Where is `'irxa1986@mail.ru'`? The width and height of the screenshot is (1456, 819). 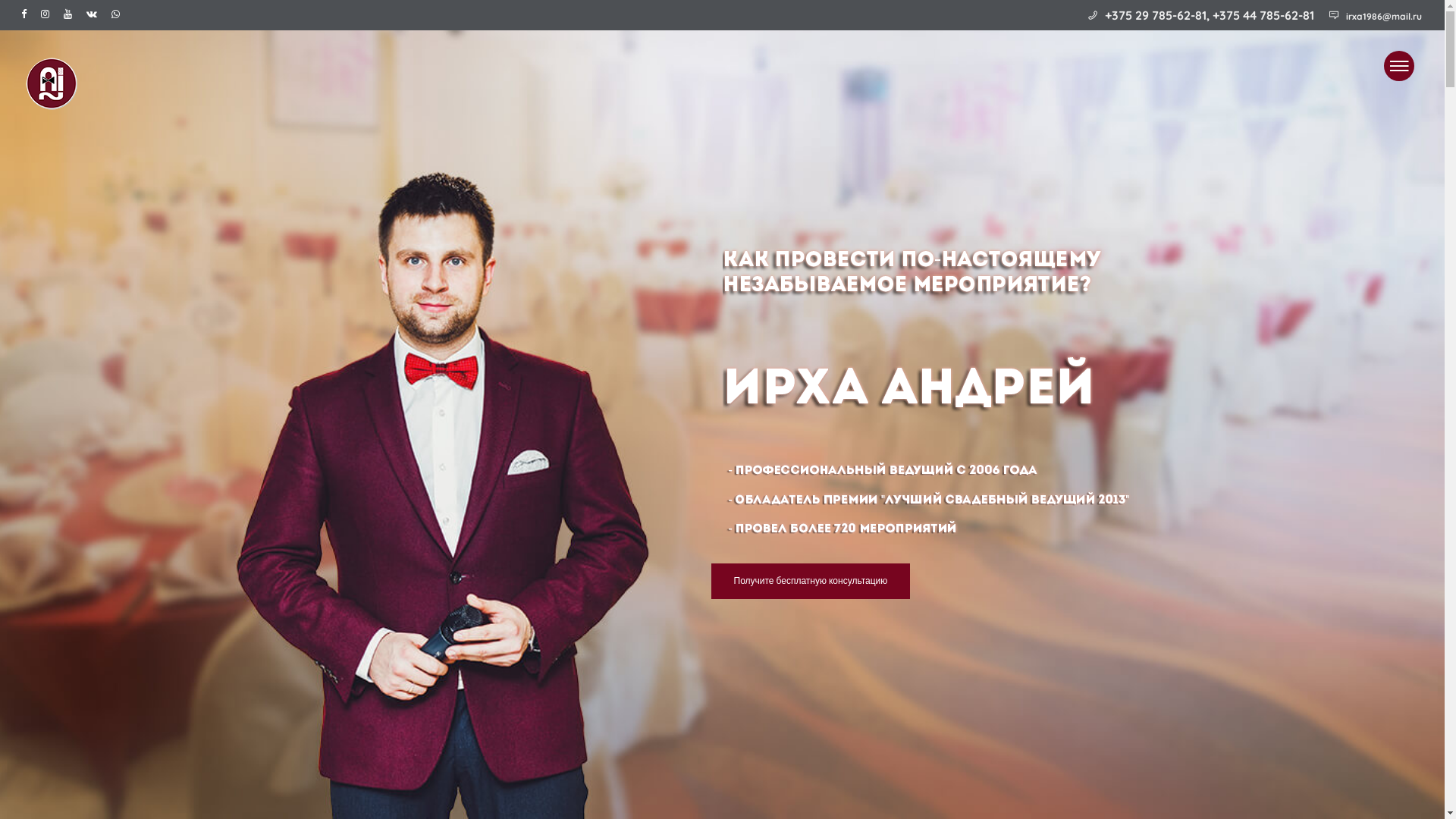
'irxa1986@mail.ru' is located at coordinates (1346, 16).